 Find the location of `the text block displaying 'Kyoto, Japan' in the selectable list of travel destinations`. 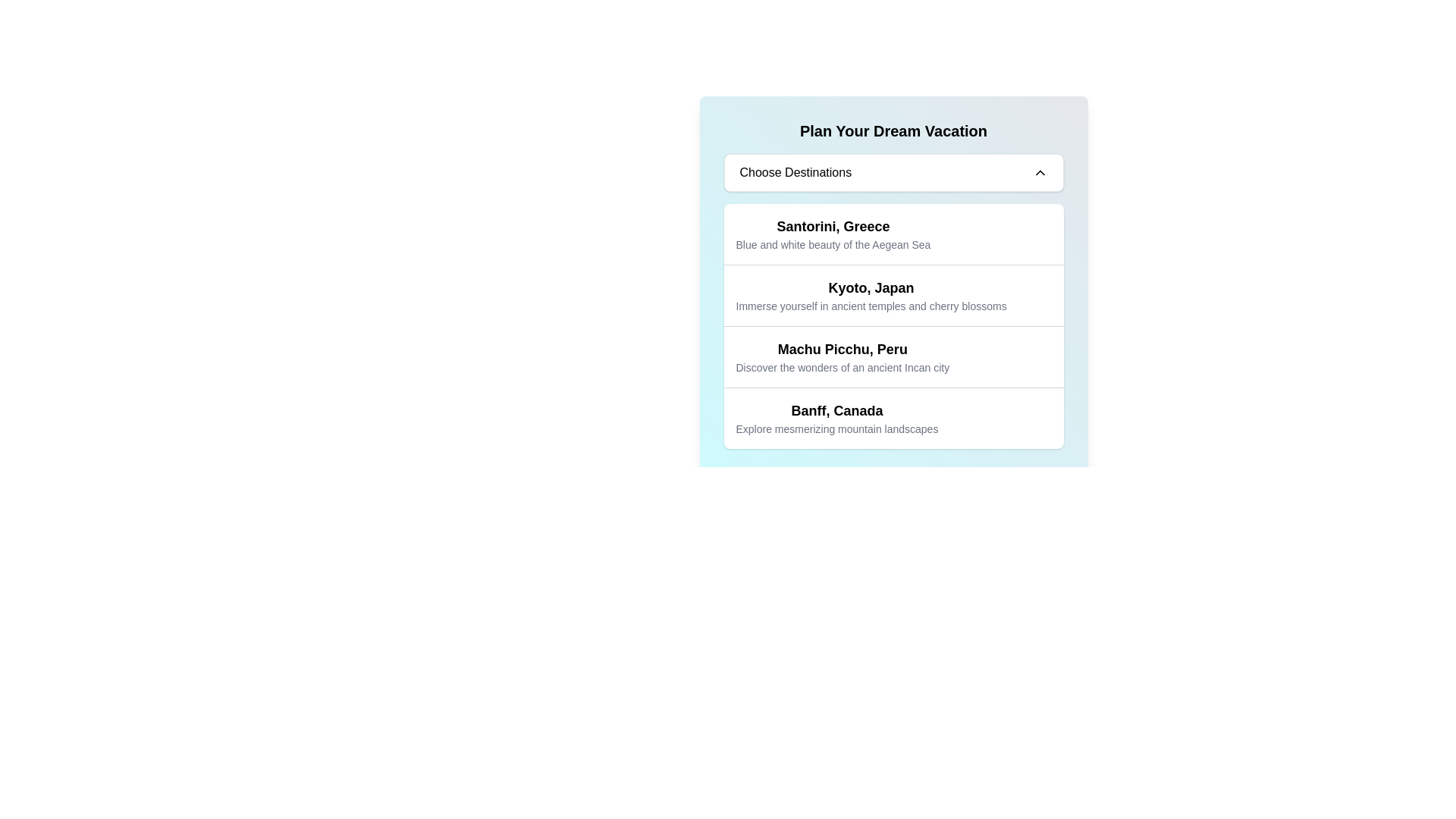

the text block displaying 'Kyoto, Japan' in the selectable list of travel destinations is located at coordinates (893, 284).